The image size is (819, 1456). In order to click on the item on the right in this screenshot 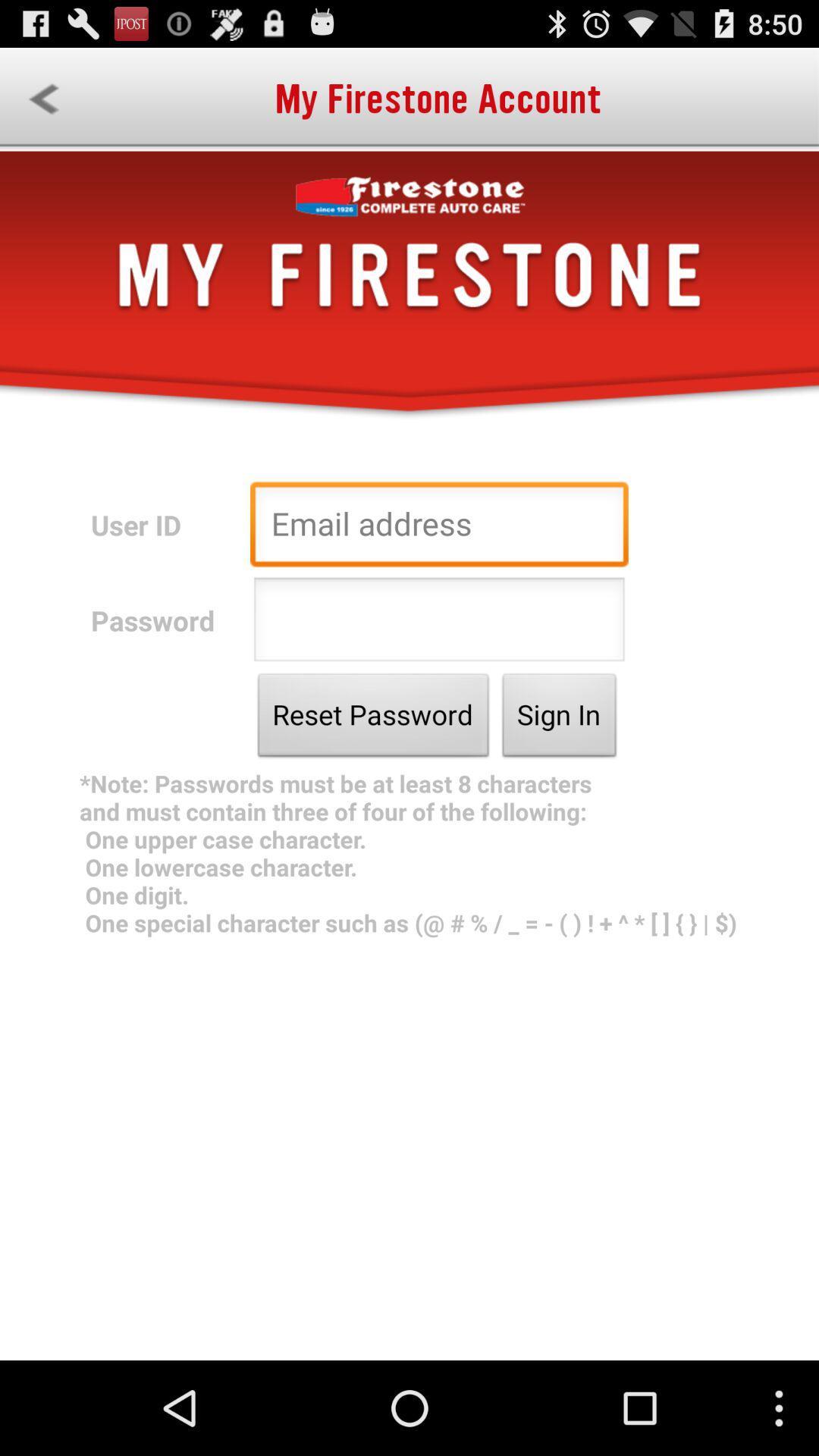, I will do `click(559, 718)`.